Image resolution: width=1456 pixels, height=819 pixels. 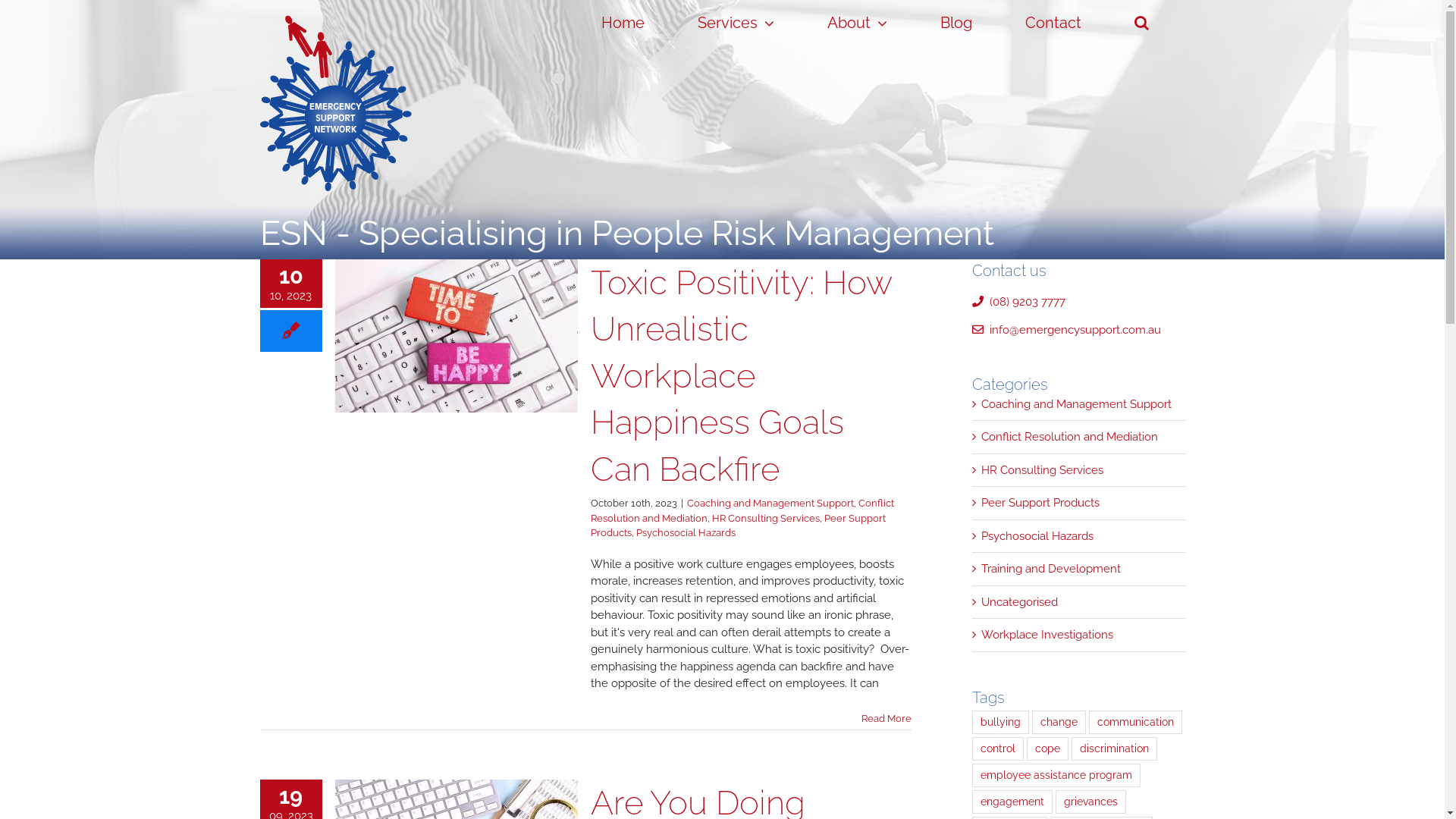 What do you see at coordinates (1078, 503) in the screenshot?
I see `'Peer Support Products'` at bounding box center [1078, 503].